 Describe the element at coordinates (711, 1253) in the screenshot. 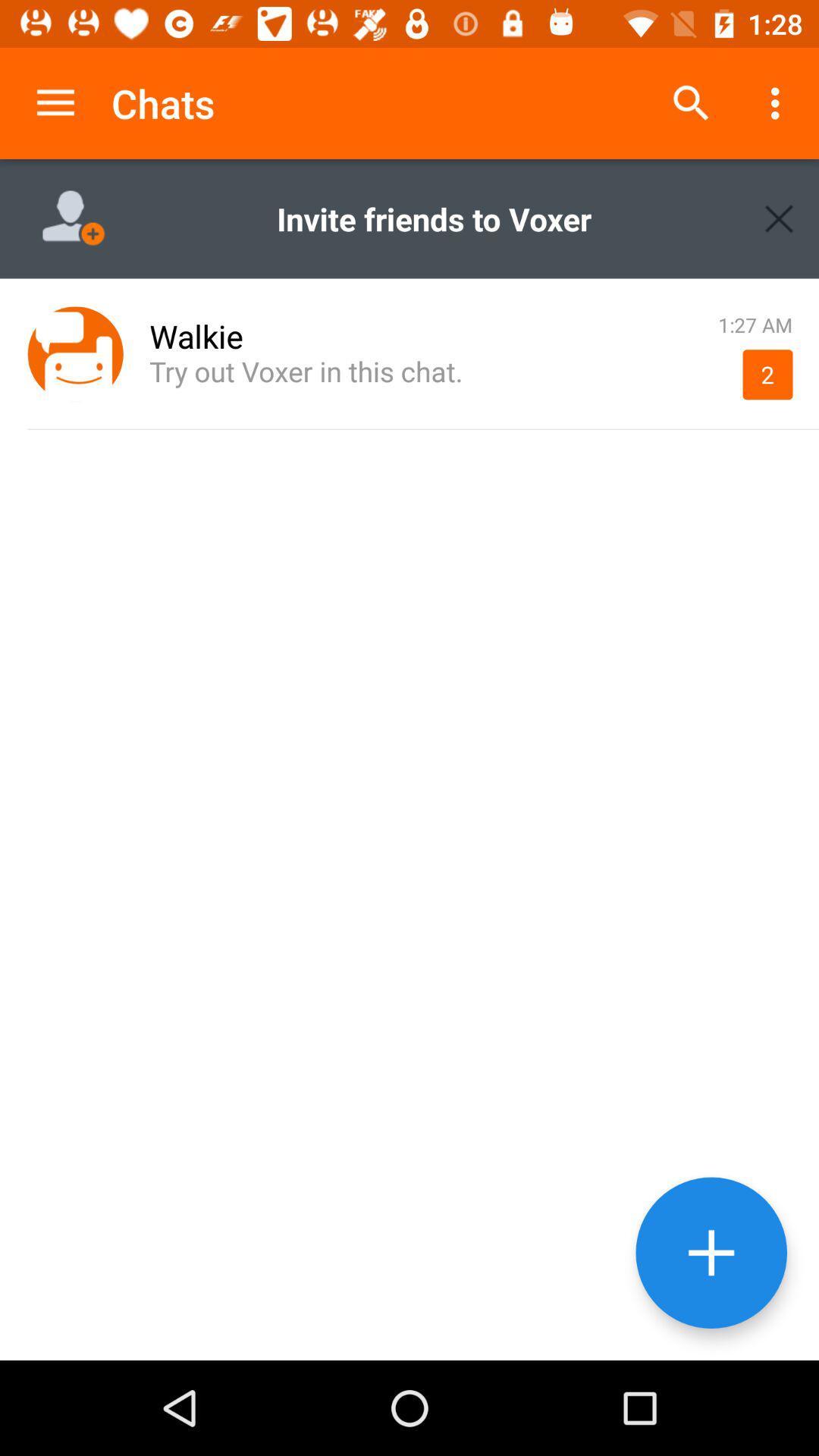

I see `new chat` at that location.